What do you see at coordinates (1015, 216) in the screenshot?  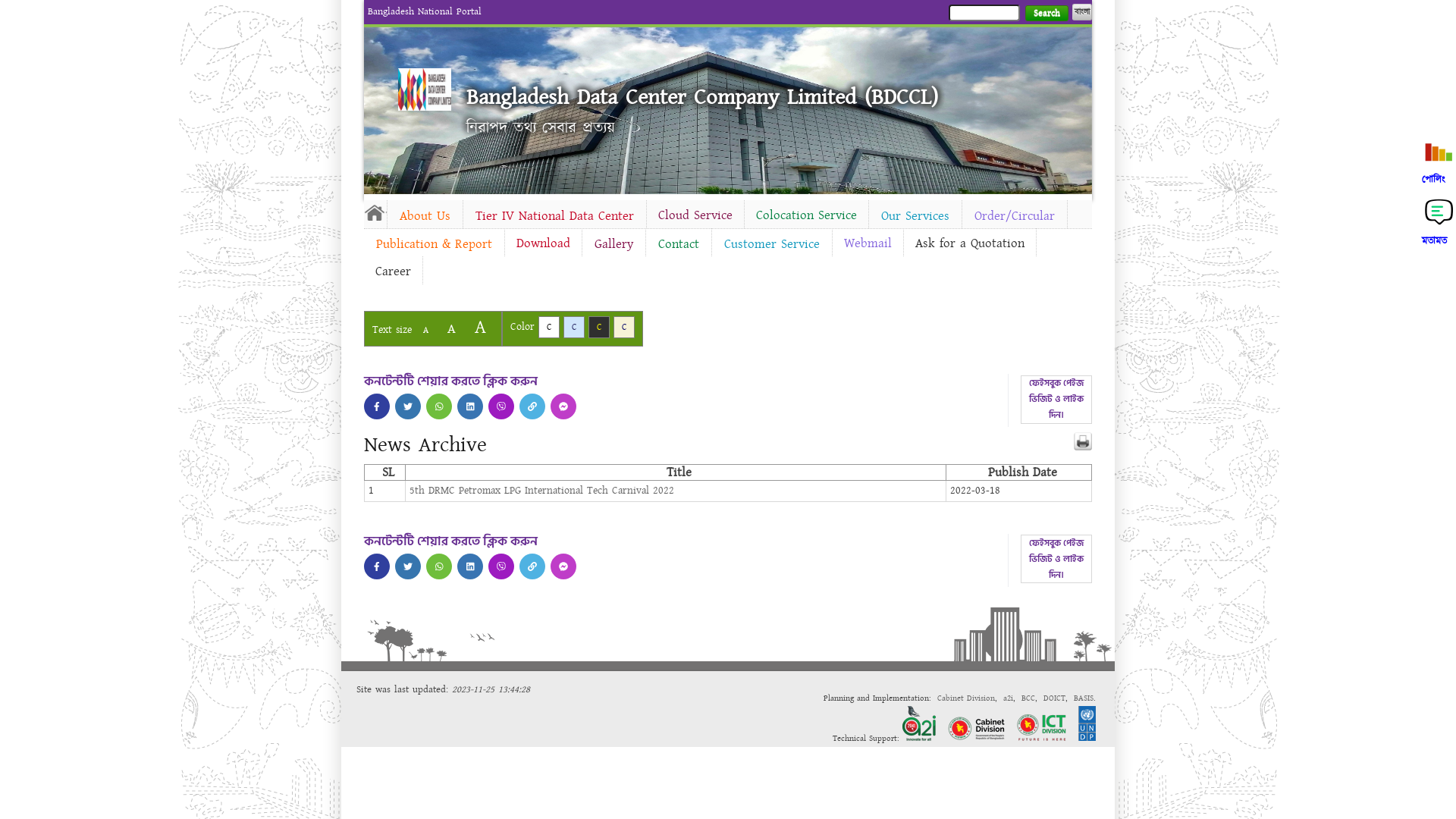 I see `'Order/Circular'` at bounding box center [1015, 216].